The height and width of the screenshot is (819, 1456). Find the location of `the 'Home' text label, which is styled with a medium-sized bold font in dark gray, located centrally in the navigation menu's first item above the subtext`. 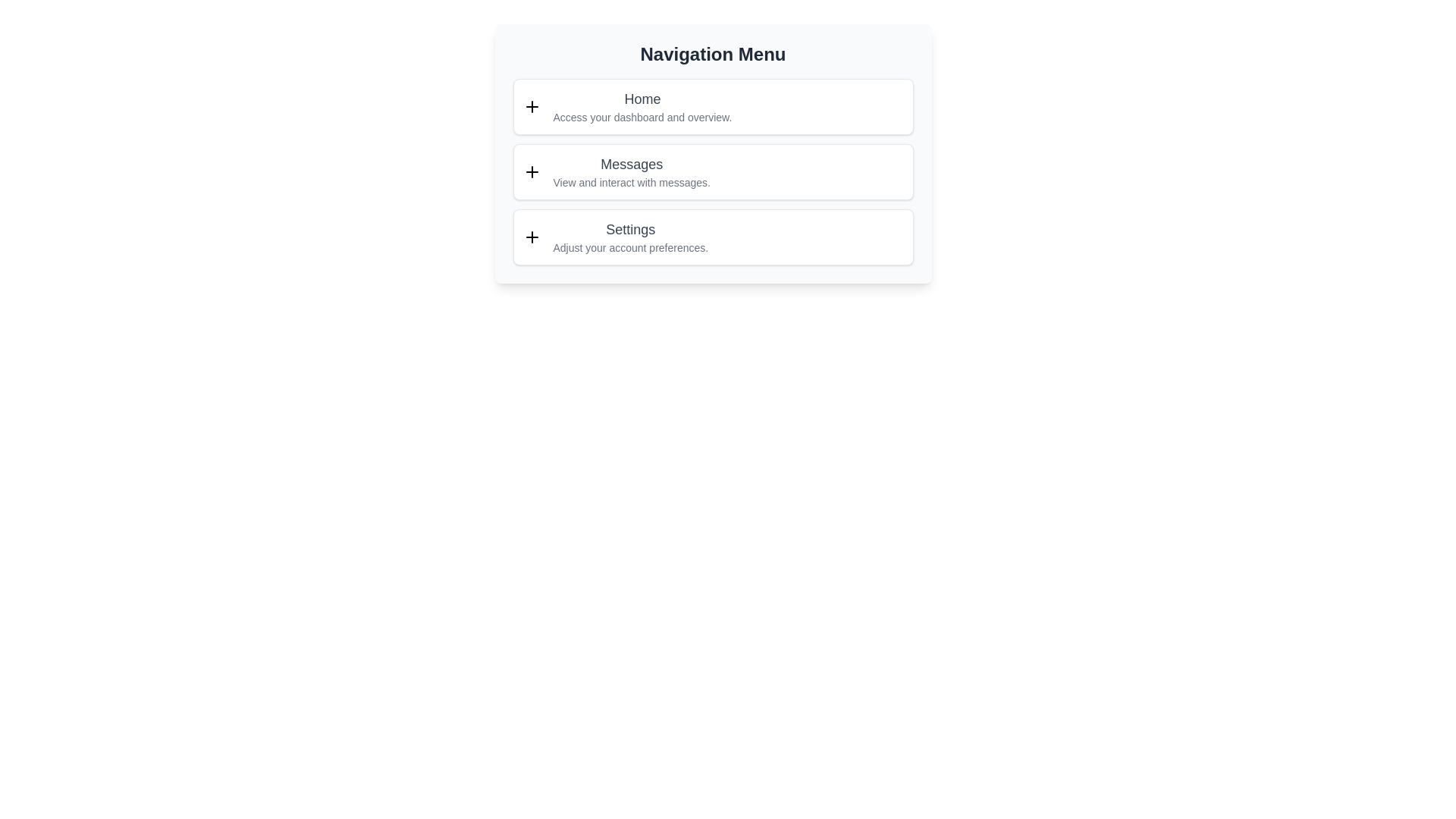

the 'Home' text label, which is styled with a medium-sized bold font in dark gray, located centrally in the navigation menu's first item above the subtext is located at coordinates (642, 99).